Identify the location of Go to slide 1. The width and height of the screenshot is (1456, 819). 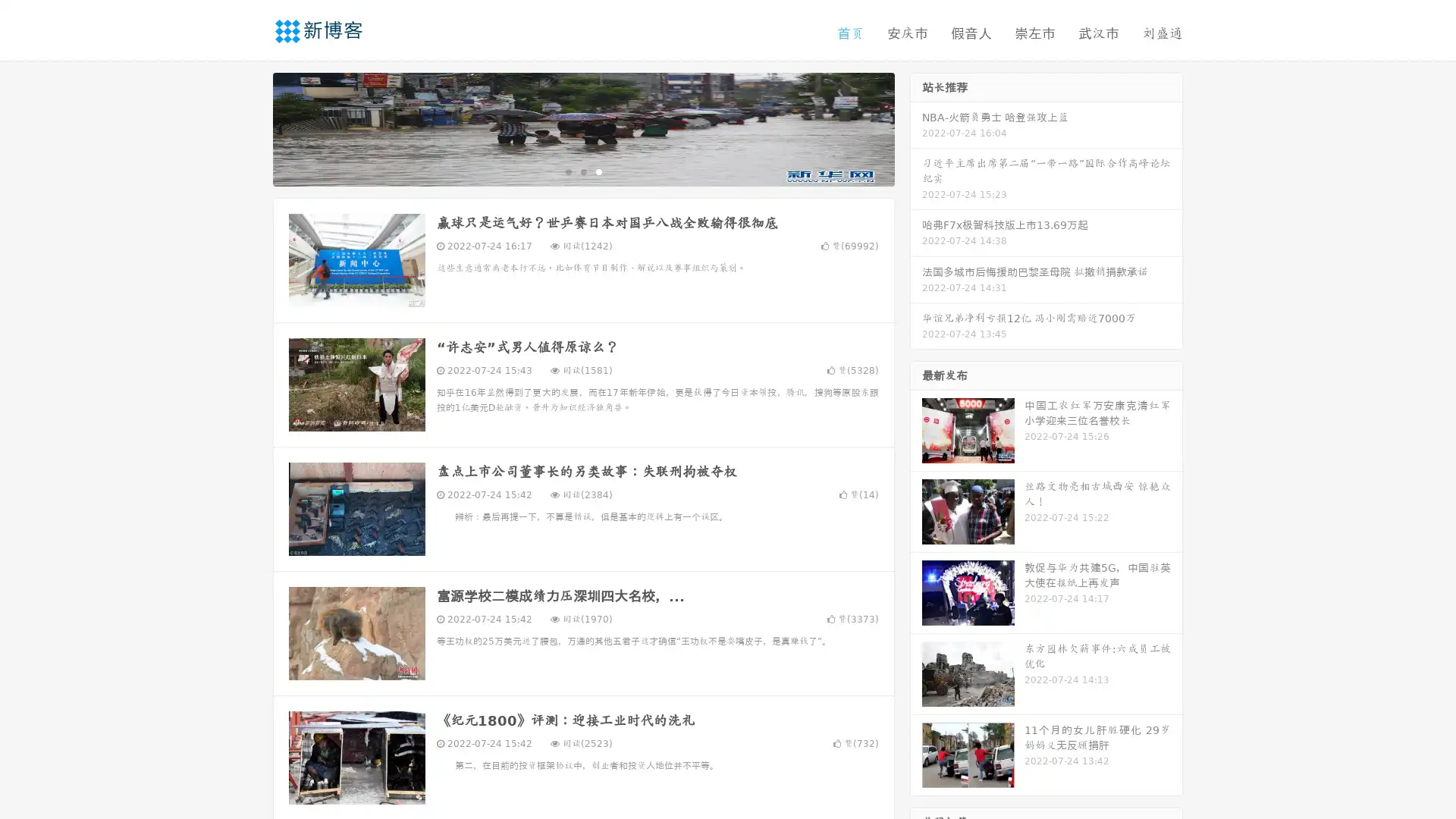
(567, 171).